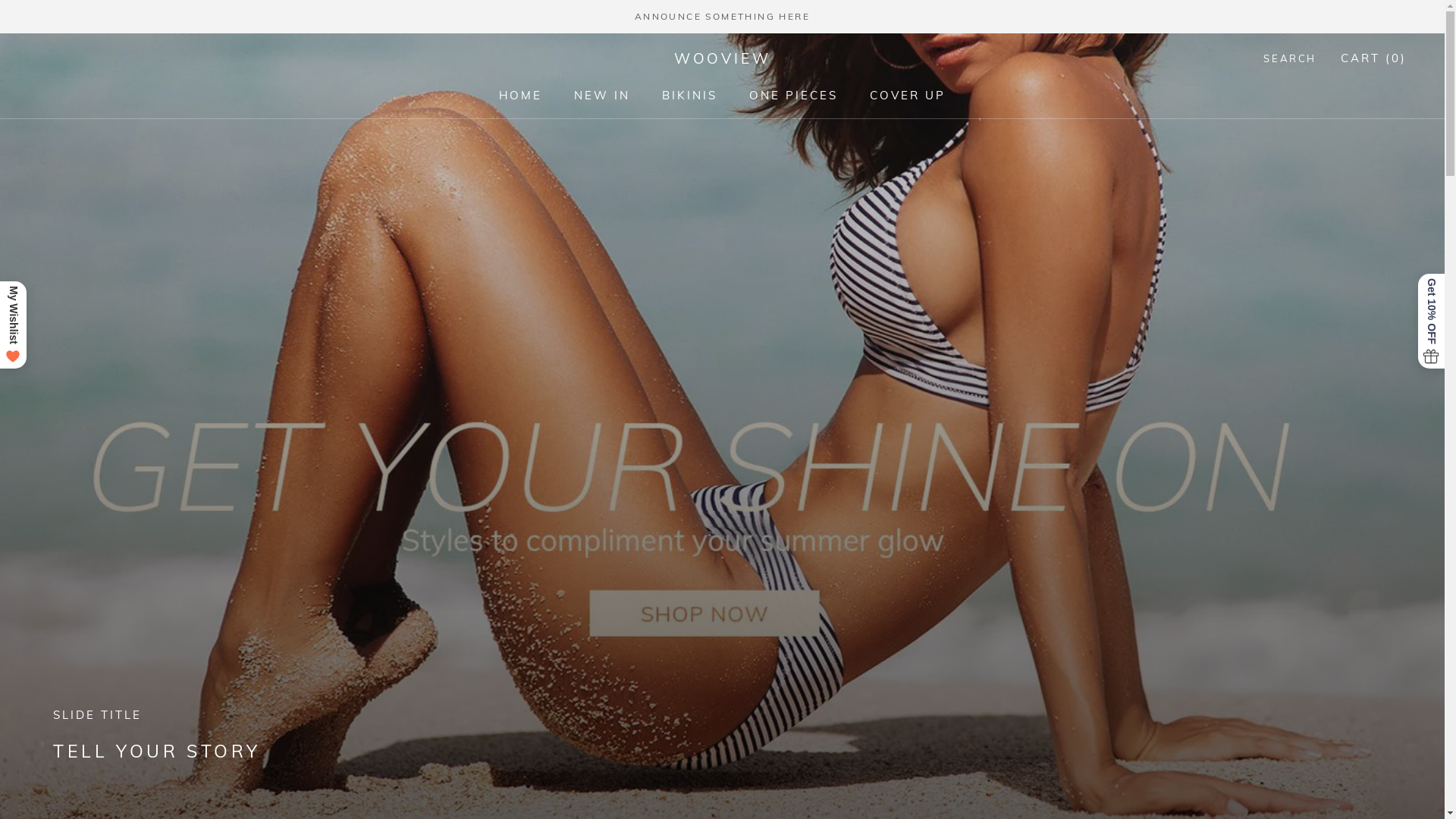  Describe the element at coordinates (689, 95) in the screenshot. I see `'BIKINIS` at that location.